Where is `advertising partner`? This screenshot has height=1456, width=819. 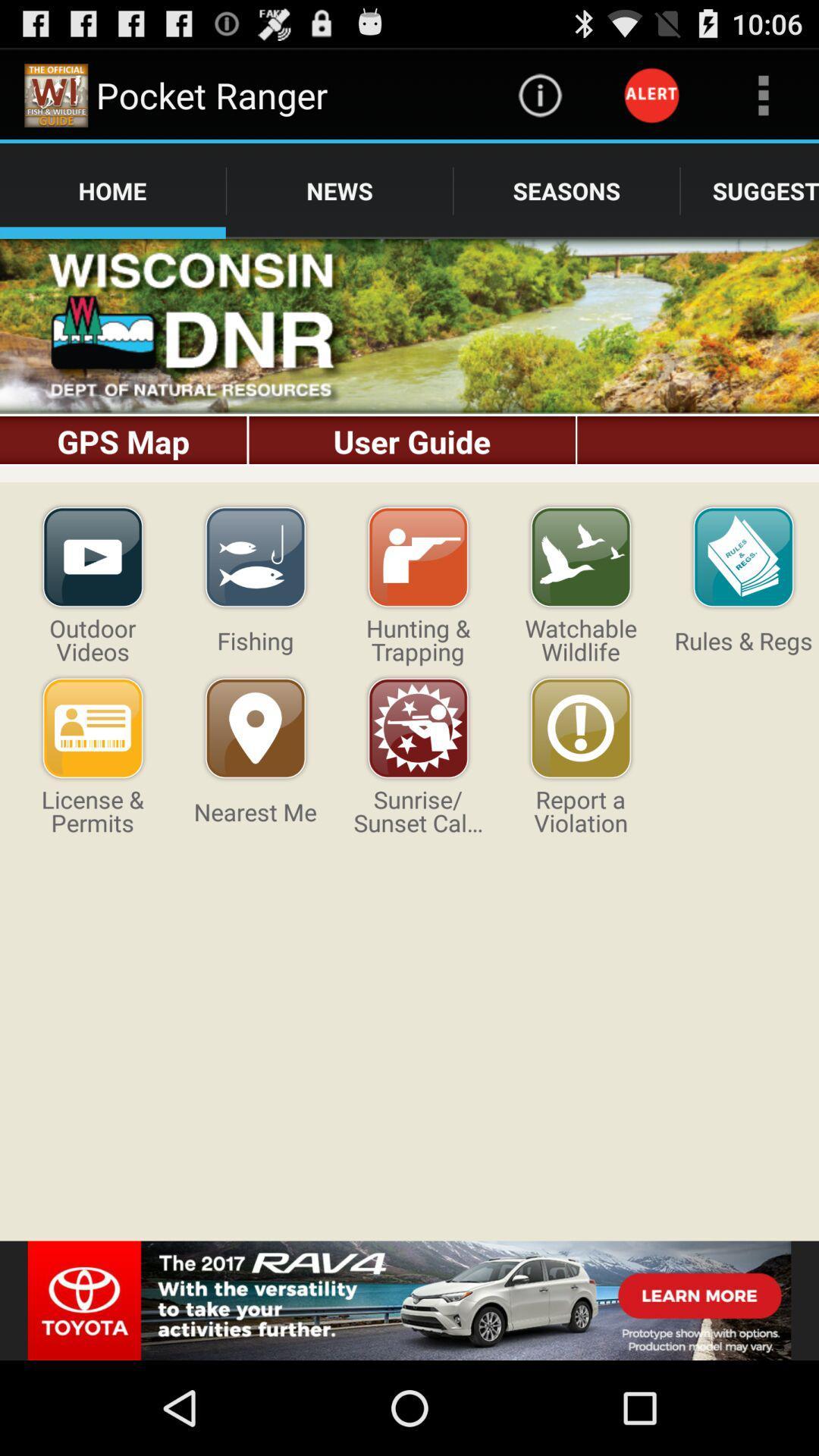
advertising partner is located at coordinates (409, 1300).